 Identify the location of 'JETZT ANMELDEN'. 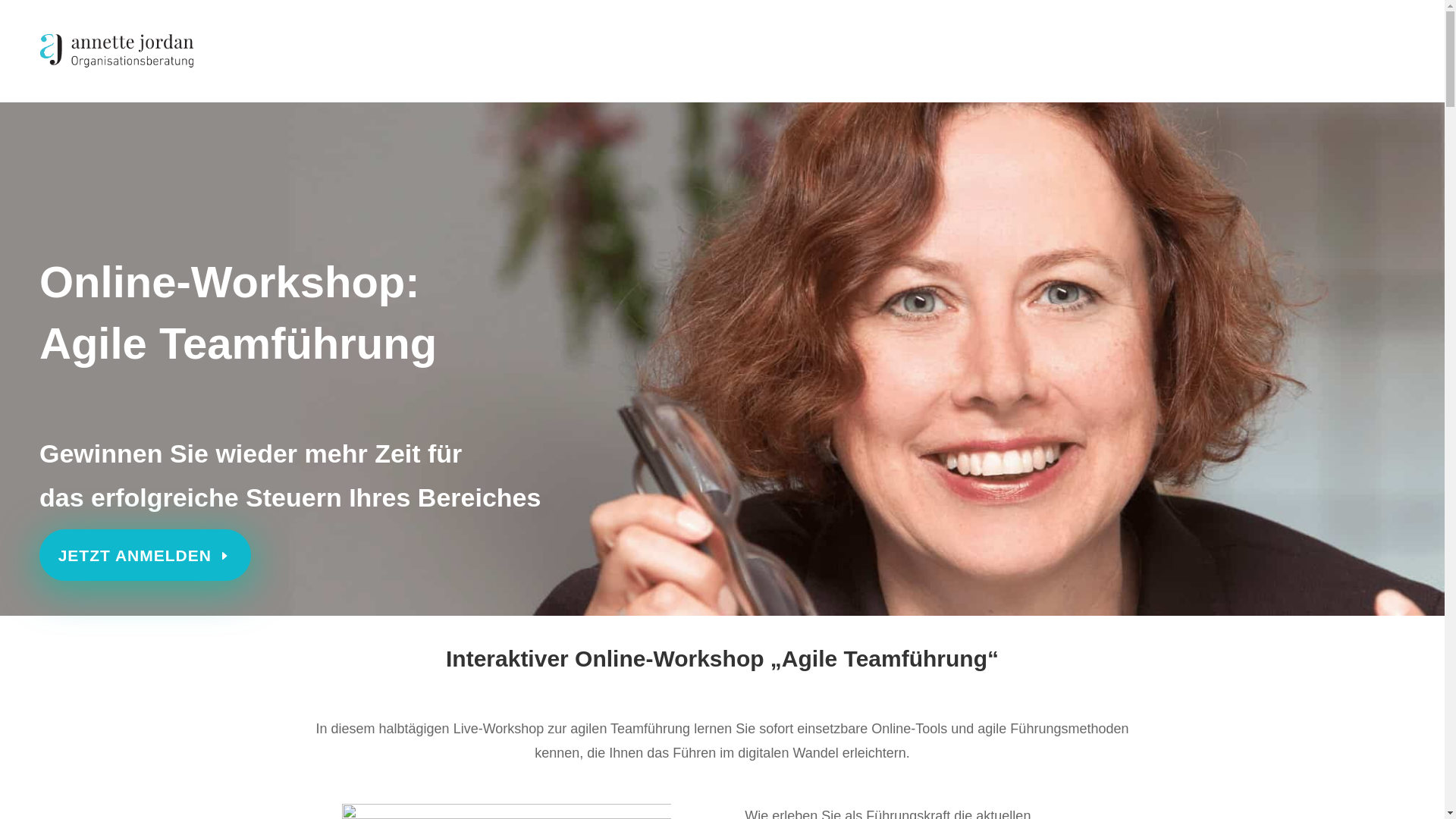
(145, 555).